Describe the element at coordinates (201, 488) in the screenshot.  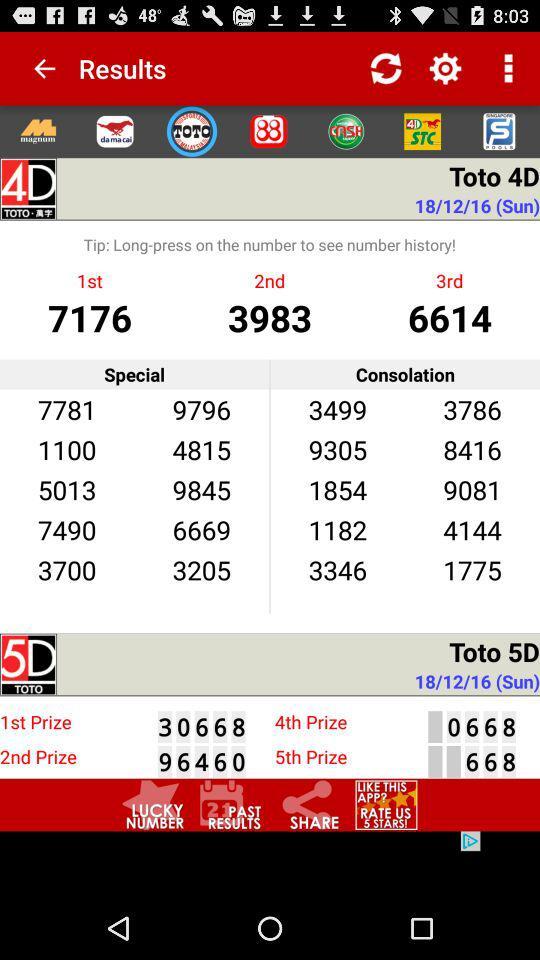
I see `the 9845 icon` at that location.